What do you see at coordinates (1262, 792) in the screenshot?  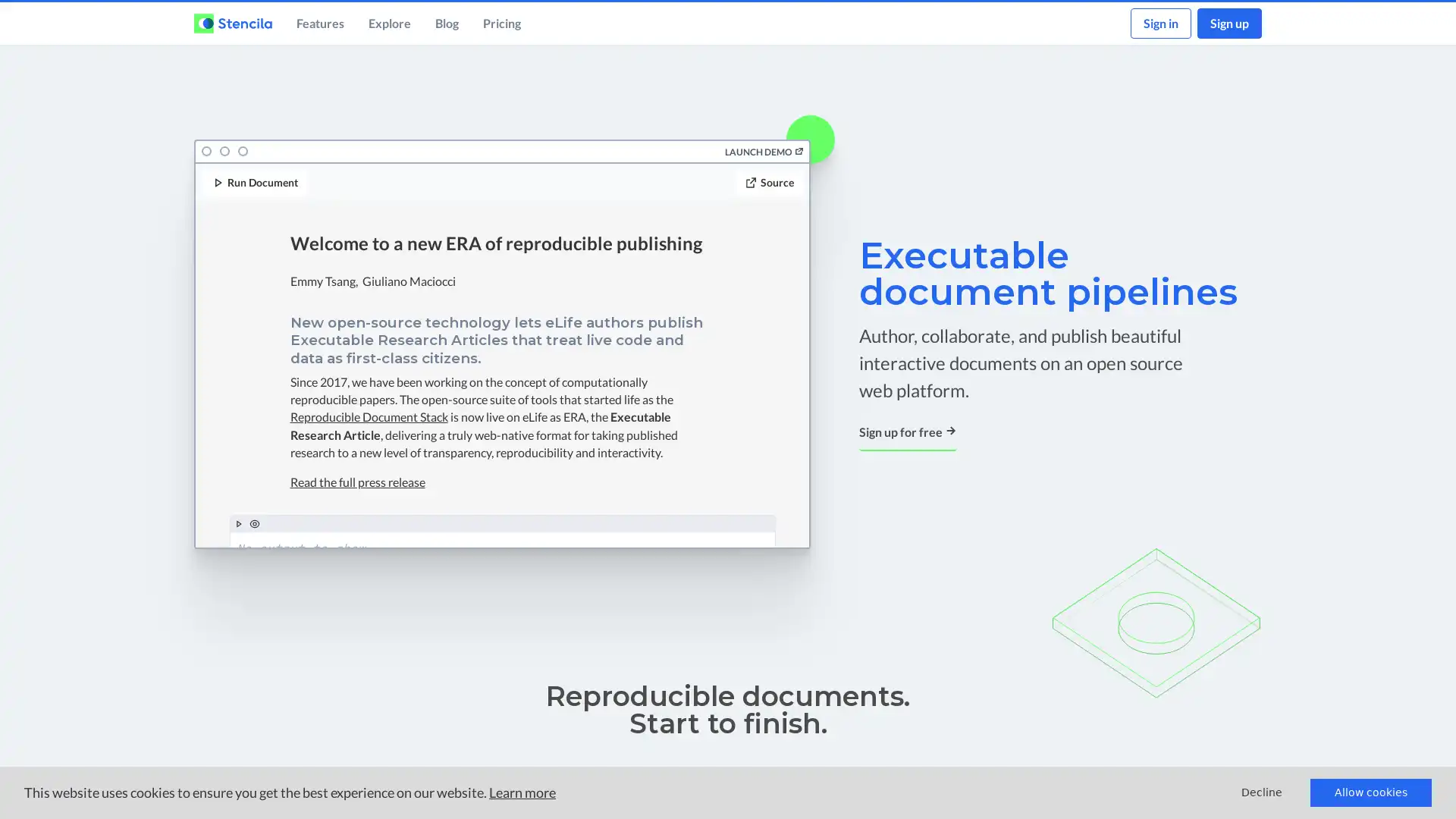 I see `Decline` at bounding box center [1262, 792].